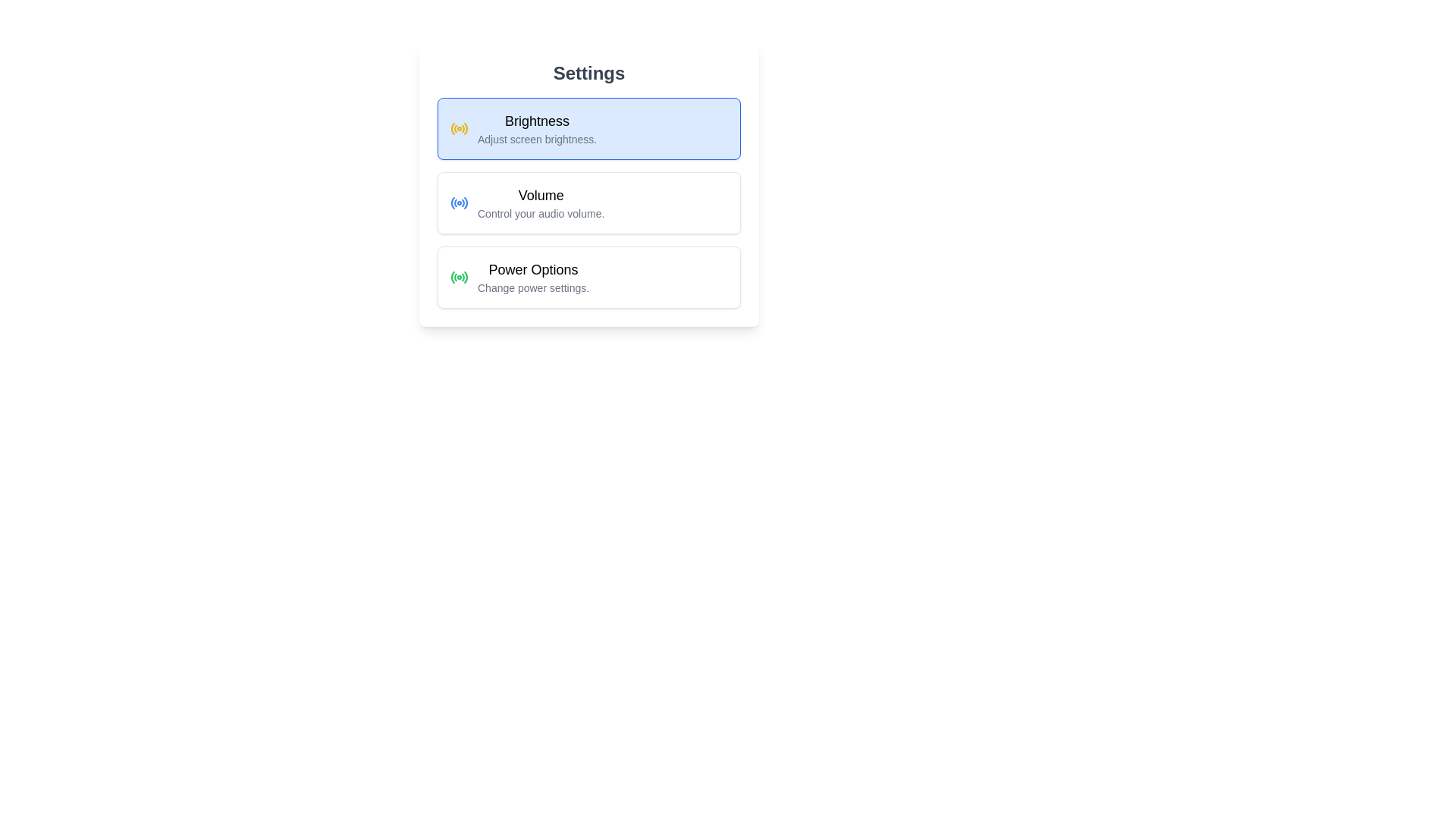 The width and height of the screenshot is (1456, 819). I want to click on the top text label for the 'Brightness' section, which serves as a label for brightness settings, so click(537, 120).